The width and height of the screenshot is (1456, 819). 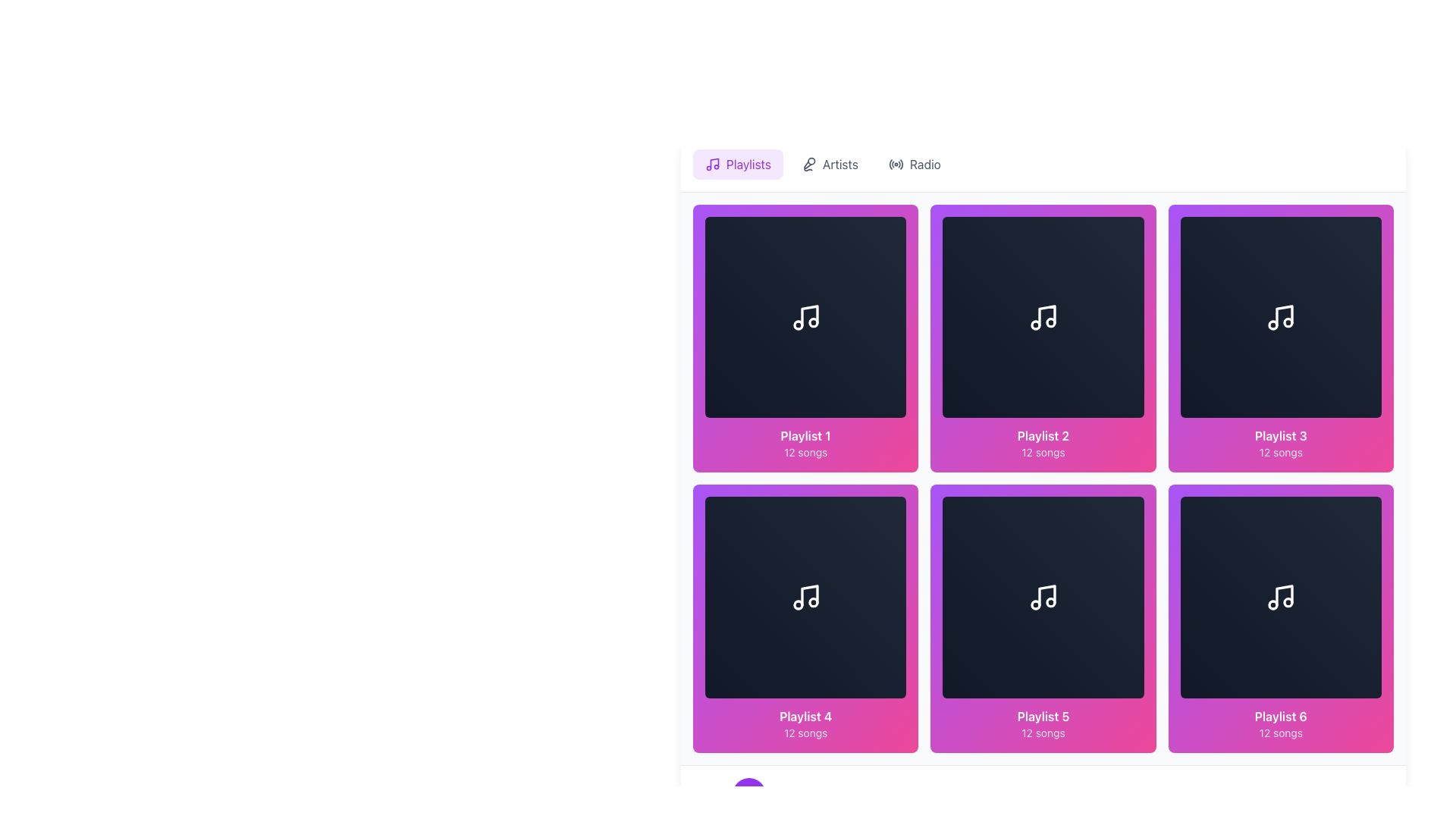 I want to click on the circular SVG component located in the top-right corner of the 'Playlist 3' card, which is part of the musical note icon, so click(x=1288, y=322).